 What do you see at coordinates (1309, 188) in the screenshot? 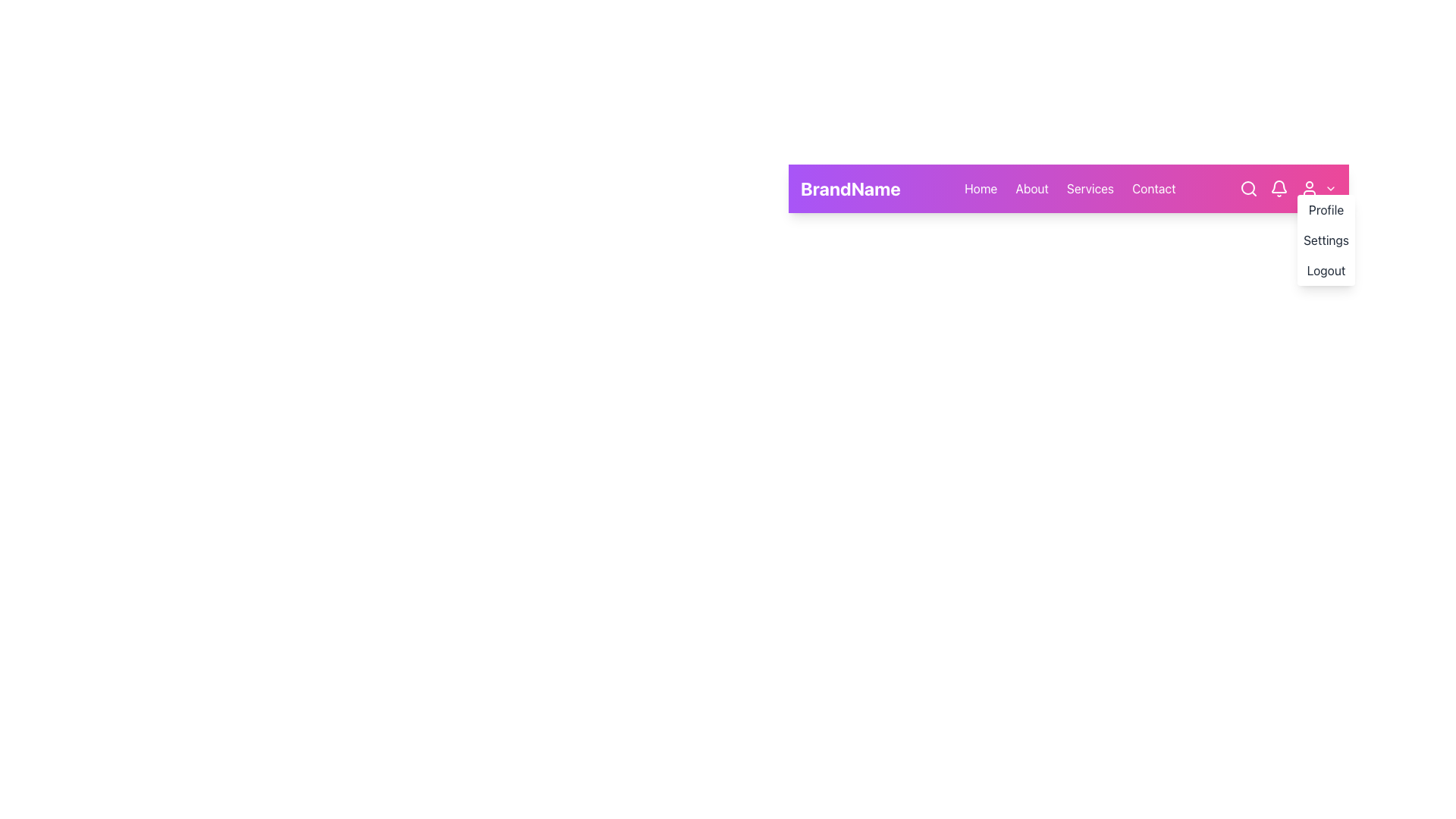
I see `the user menu icon located at the top-right corner of the navigation bar, which allows access to profile options, settings, or logout` at bounding box center [1309, 188].